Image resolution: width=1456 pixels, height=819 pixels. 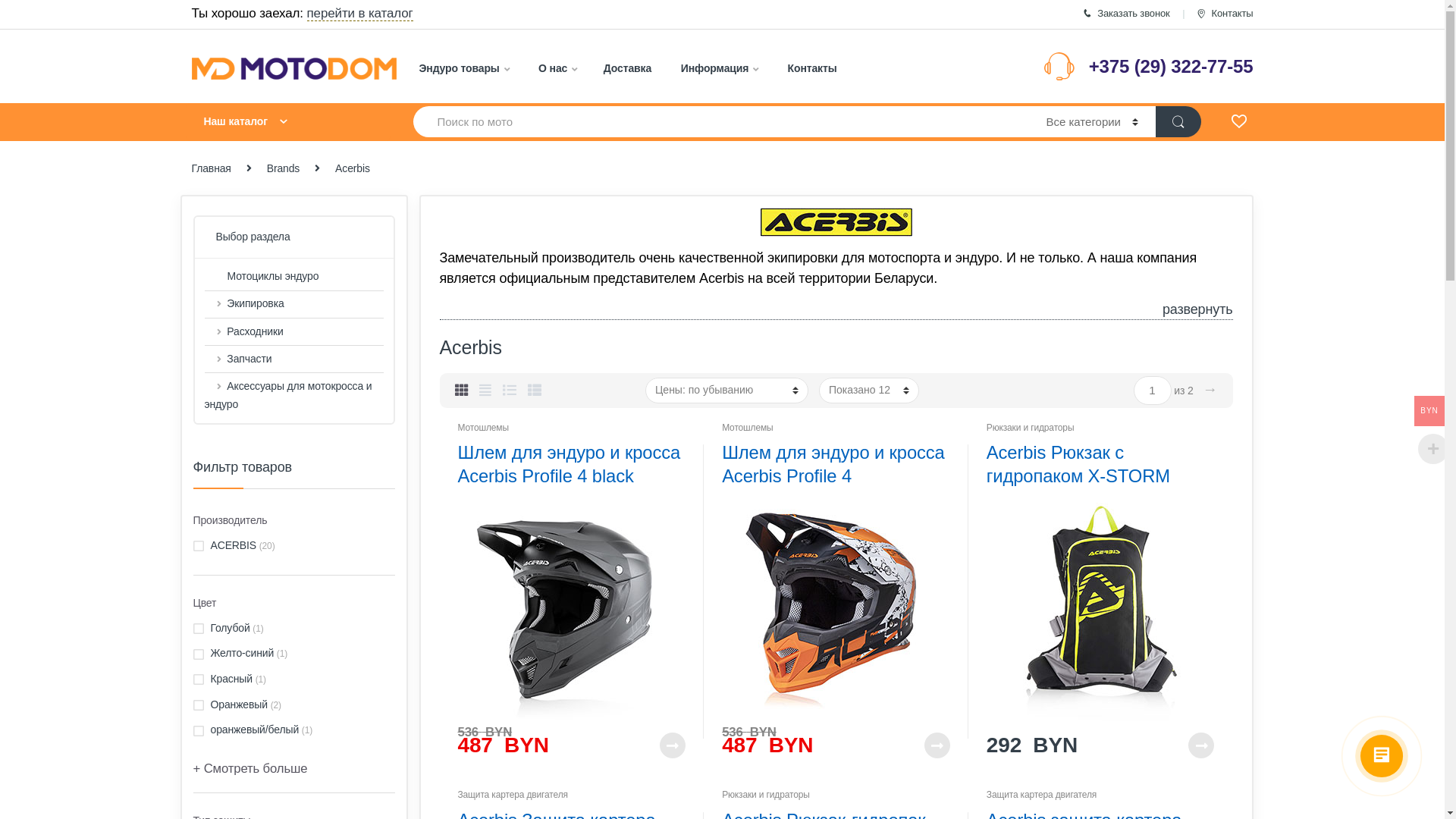 I want to click on 'Grid Extended View', so click(x=484, y=390).